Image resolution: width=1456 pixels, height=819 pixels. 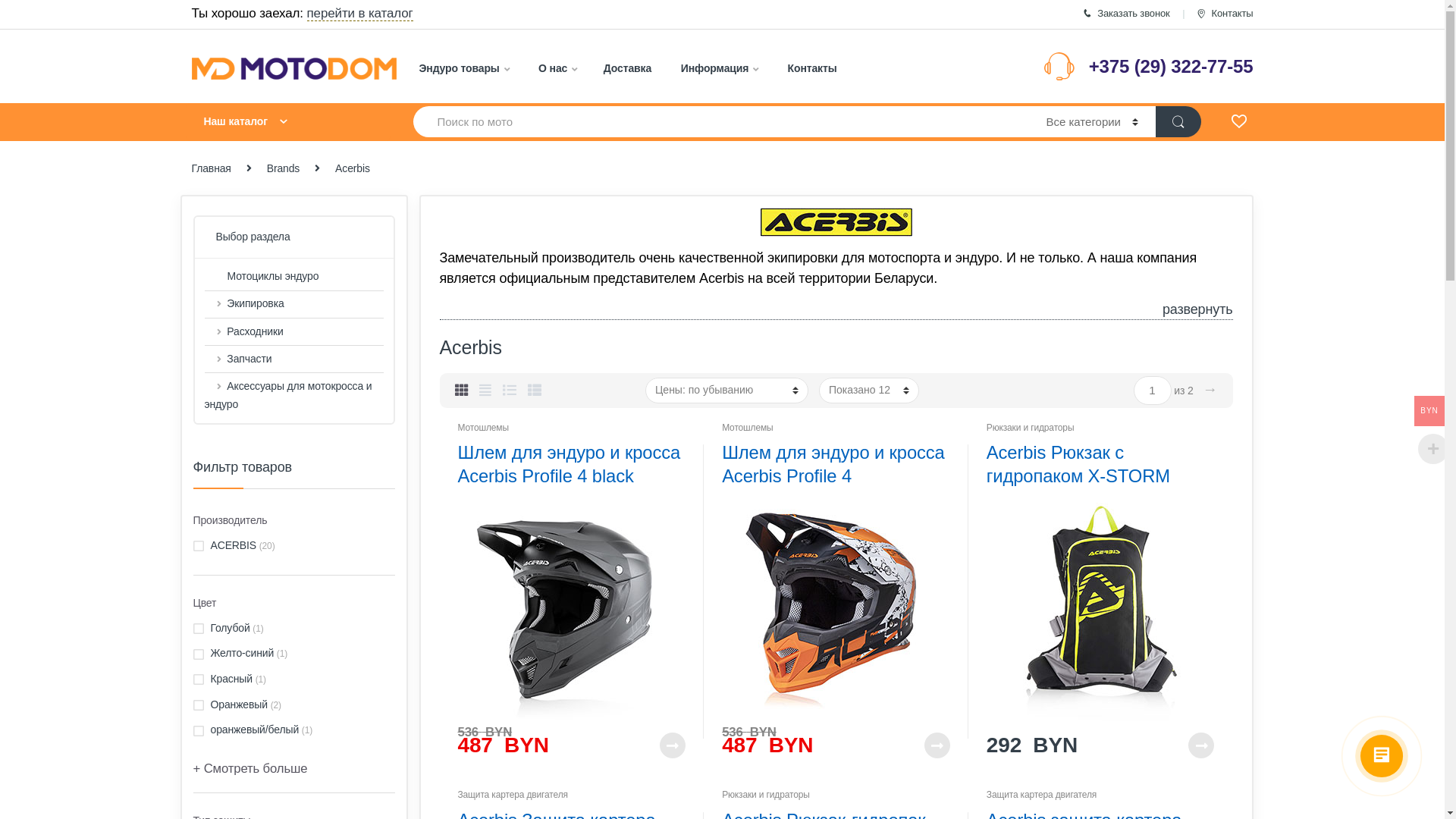 I want to click on 'Grid Extended View', so click(x=484, y=390).